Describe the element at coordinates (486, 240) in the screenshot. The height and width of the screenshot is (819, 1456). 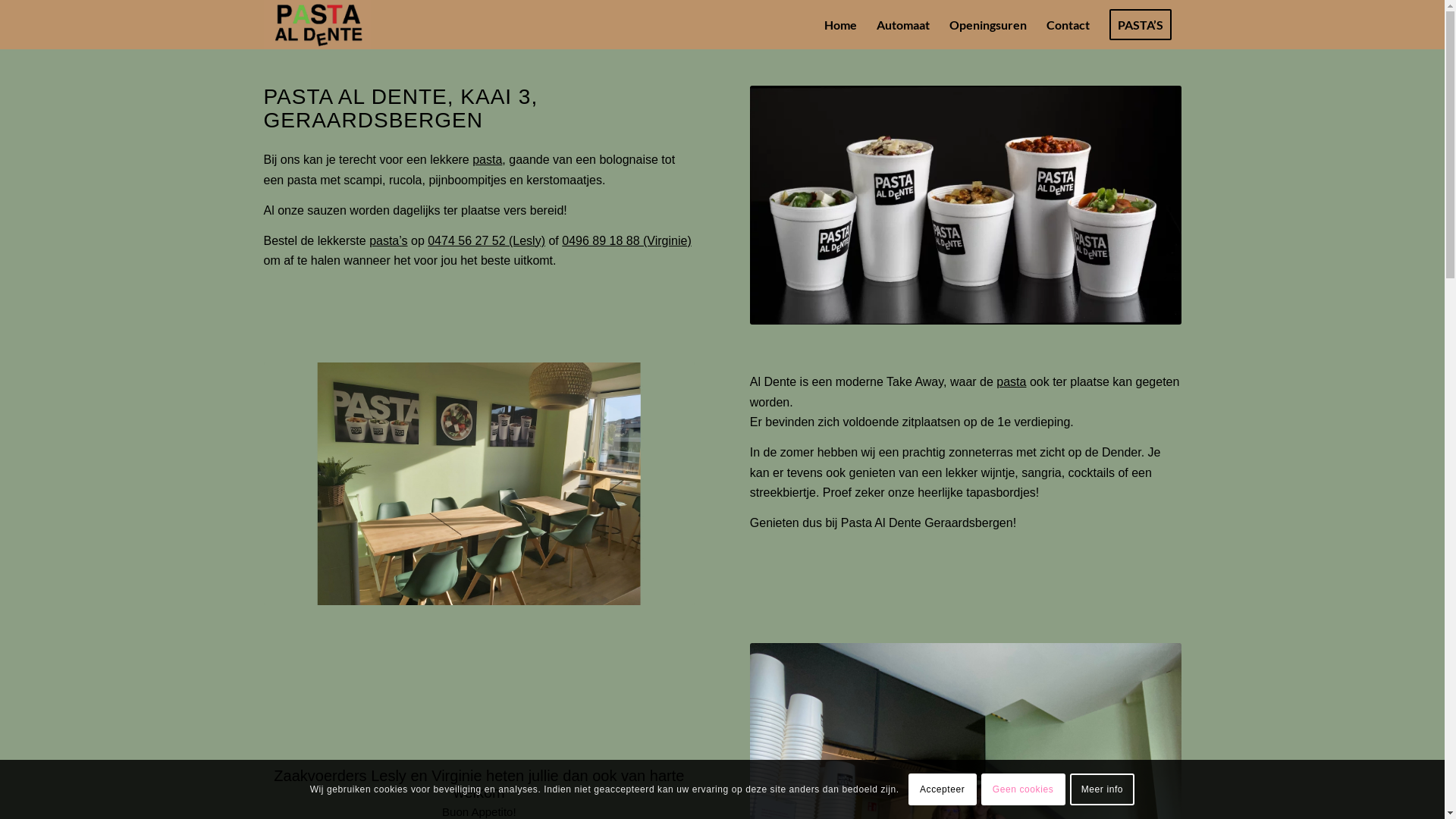
I see `'0474 56 27 52 (Lesly)'` at that location.